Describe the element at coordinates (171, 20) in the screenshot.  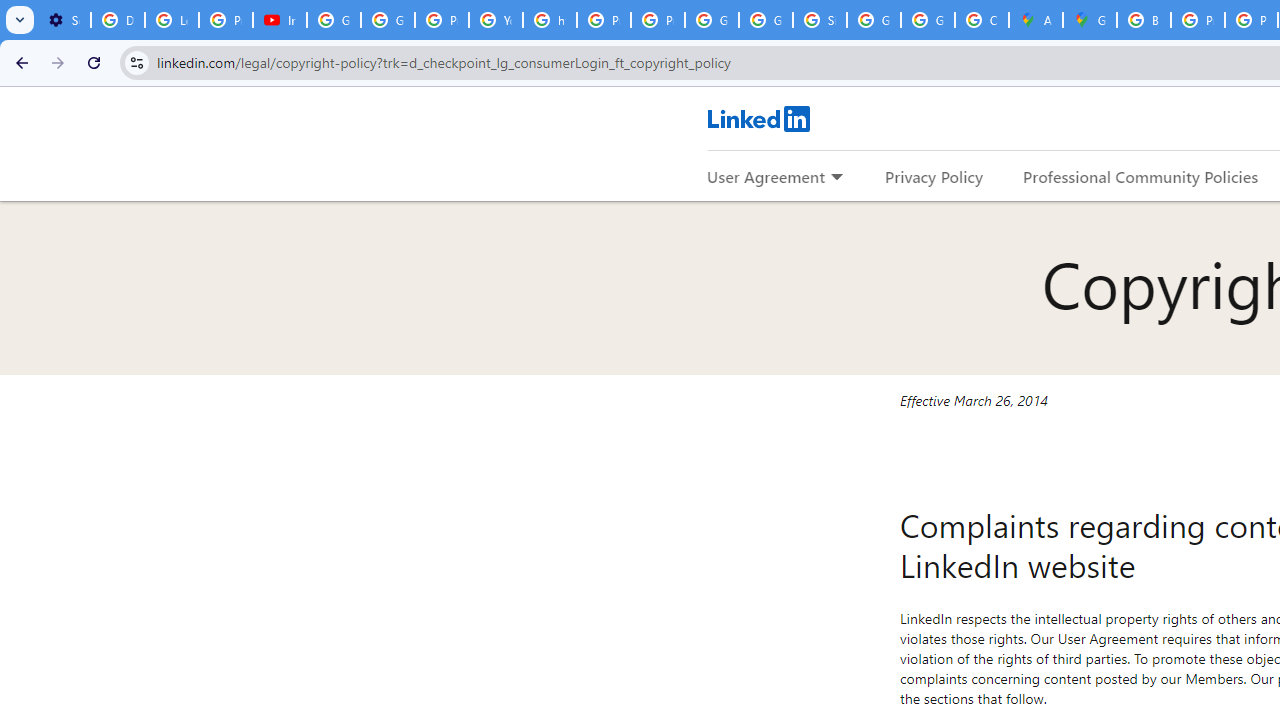
I see `'Learn how to find your photos - Google Photos Help'` at that location.